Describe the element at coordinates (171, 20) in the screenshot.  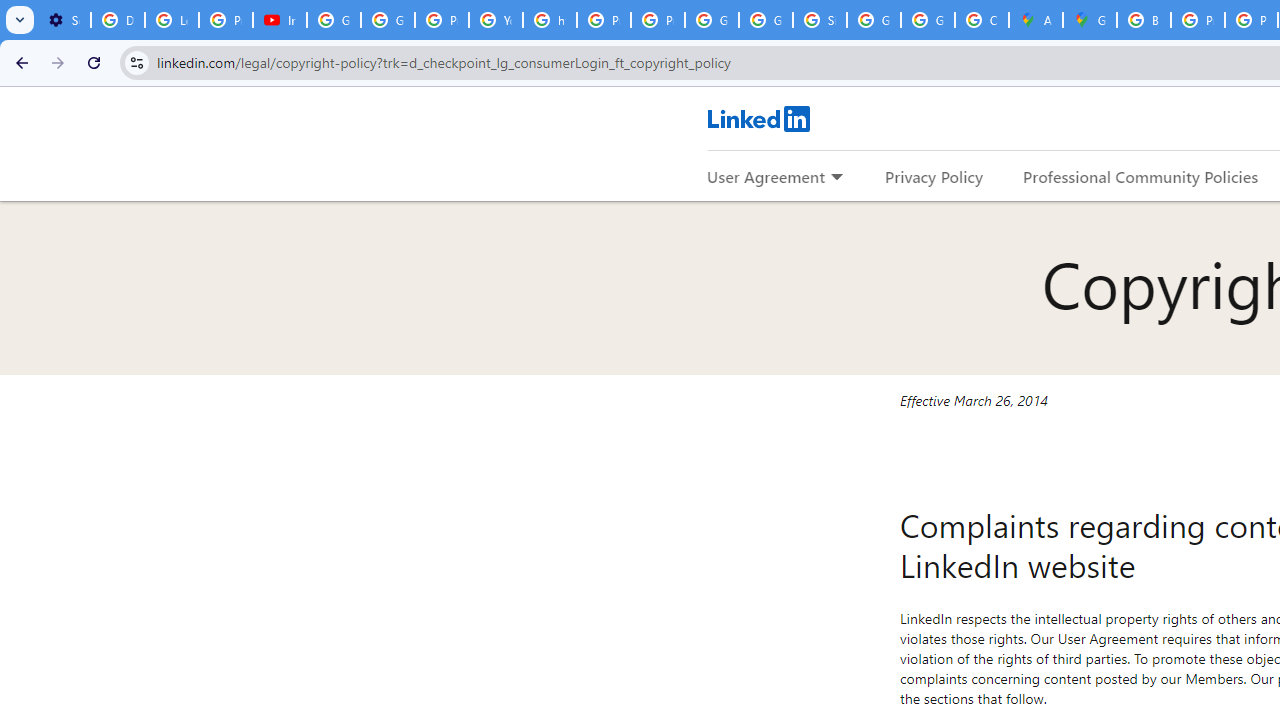
I see `'Learn how to find your photos - Google Photos Help'` at that location.